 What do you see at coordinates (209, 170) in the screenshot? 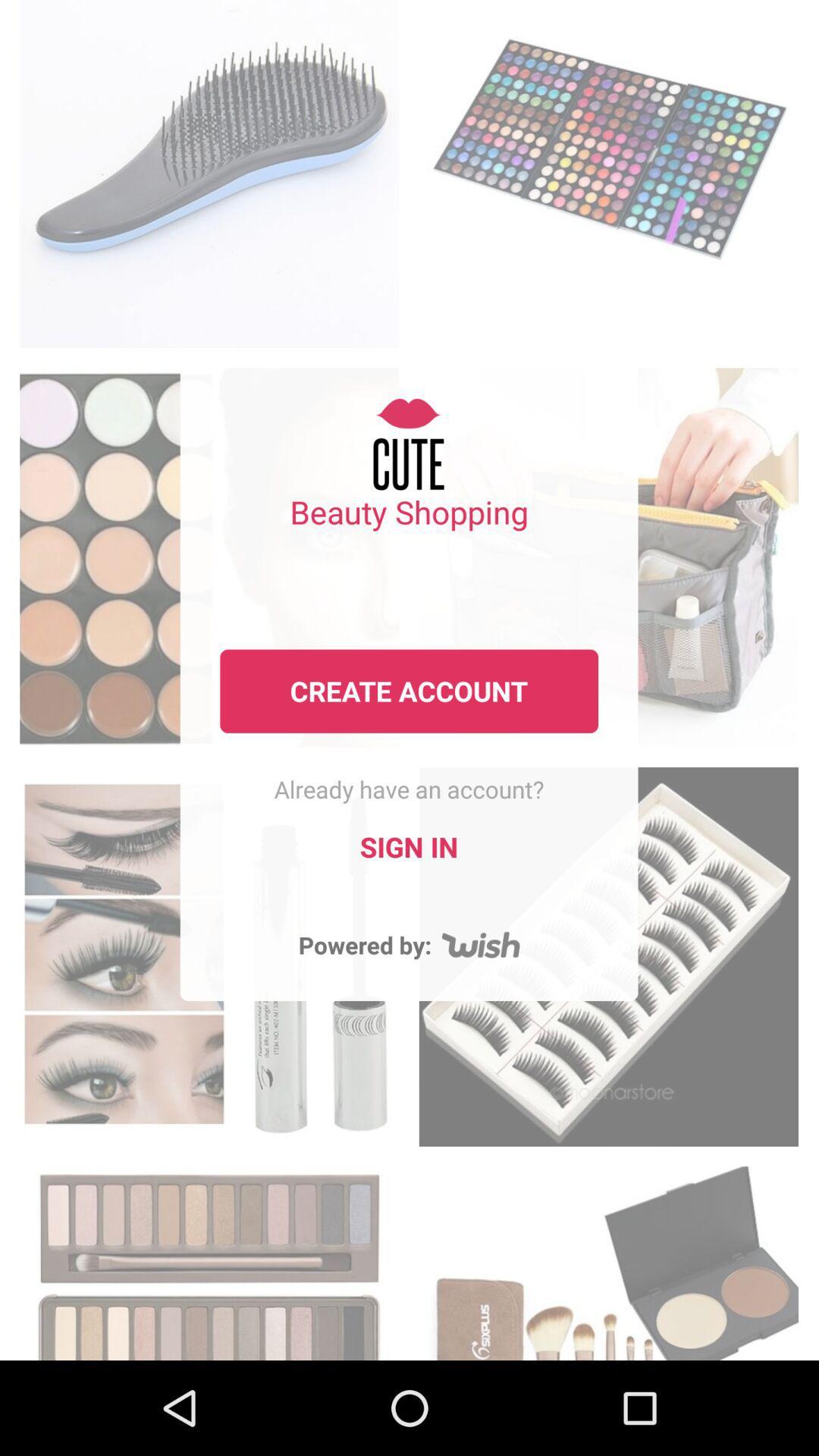
I see `product box option` at bounding box center [209, 170].